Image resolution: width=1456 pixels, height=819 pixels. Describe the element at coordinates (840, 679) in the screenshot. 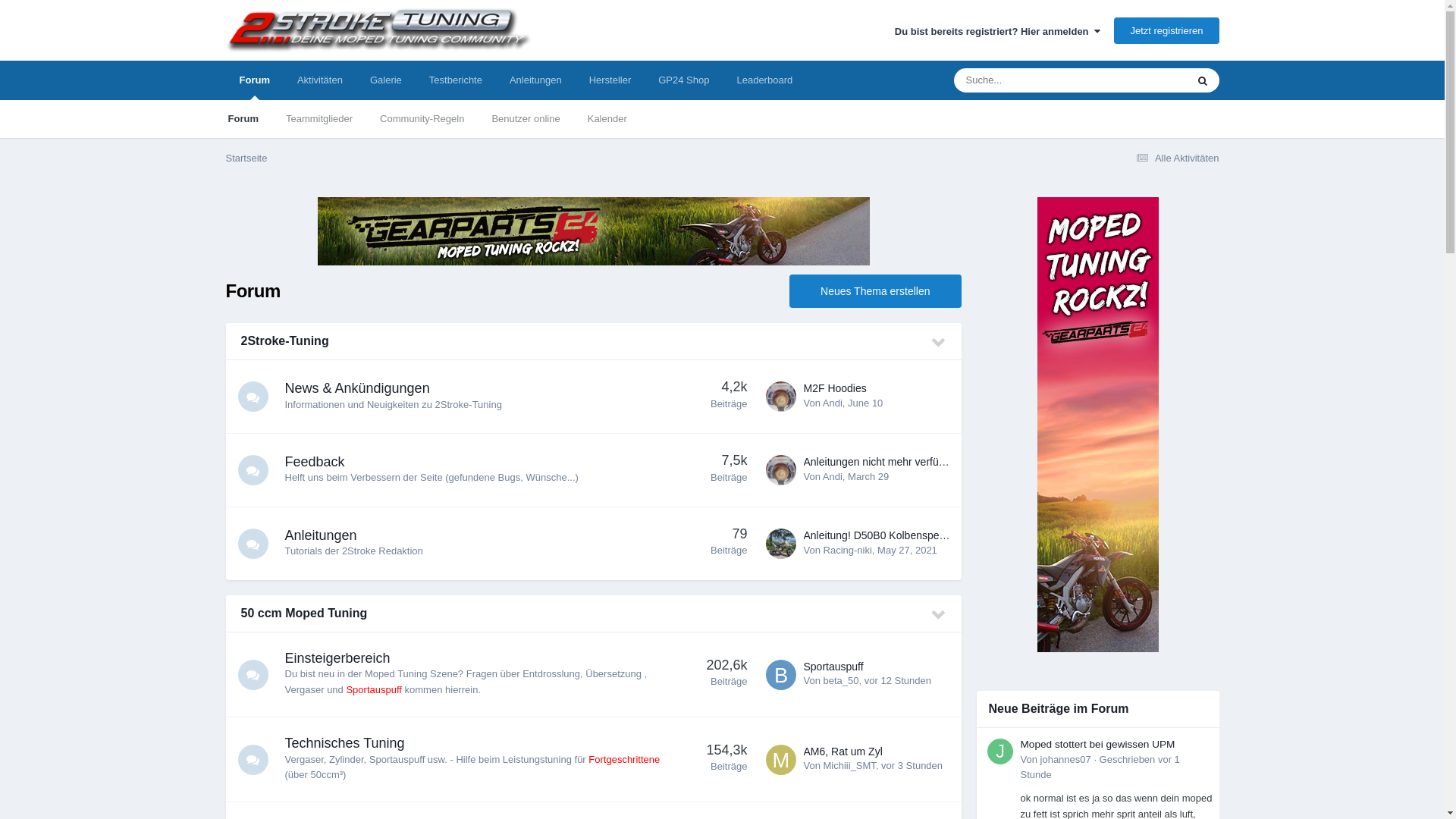

I see `'beta_50'` at that location.